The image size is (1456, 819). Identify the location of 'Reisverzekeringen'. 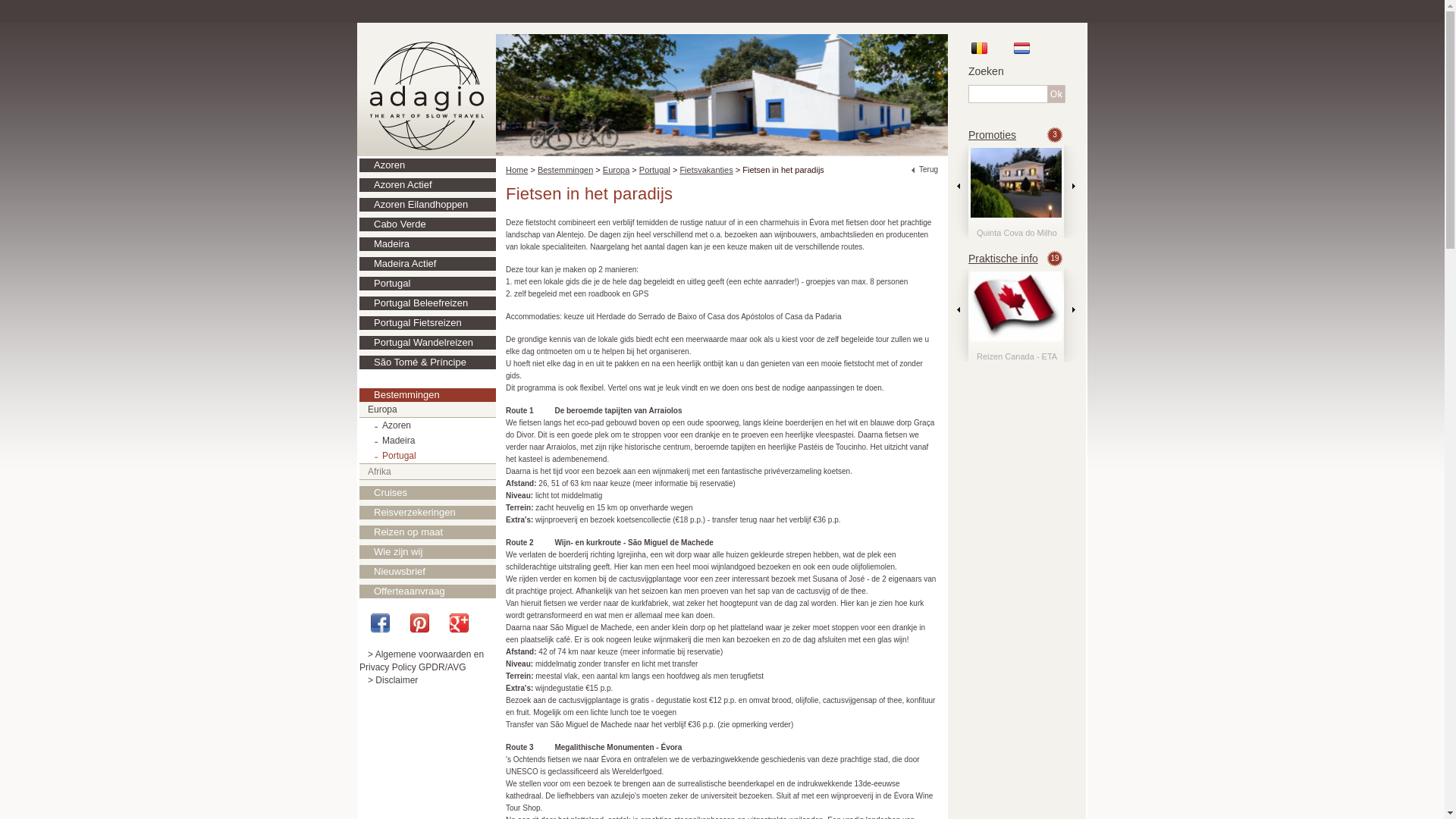
(427, 512).